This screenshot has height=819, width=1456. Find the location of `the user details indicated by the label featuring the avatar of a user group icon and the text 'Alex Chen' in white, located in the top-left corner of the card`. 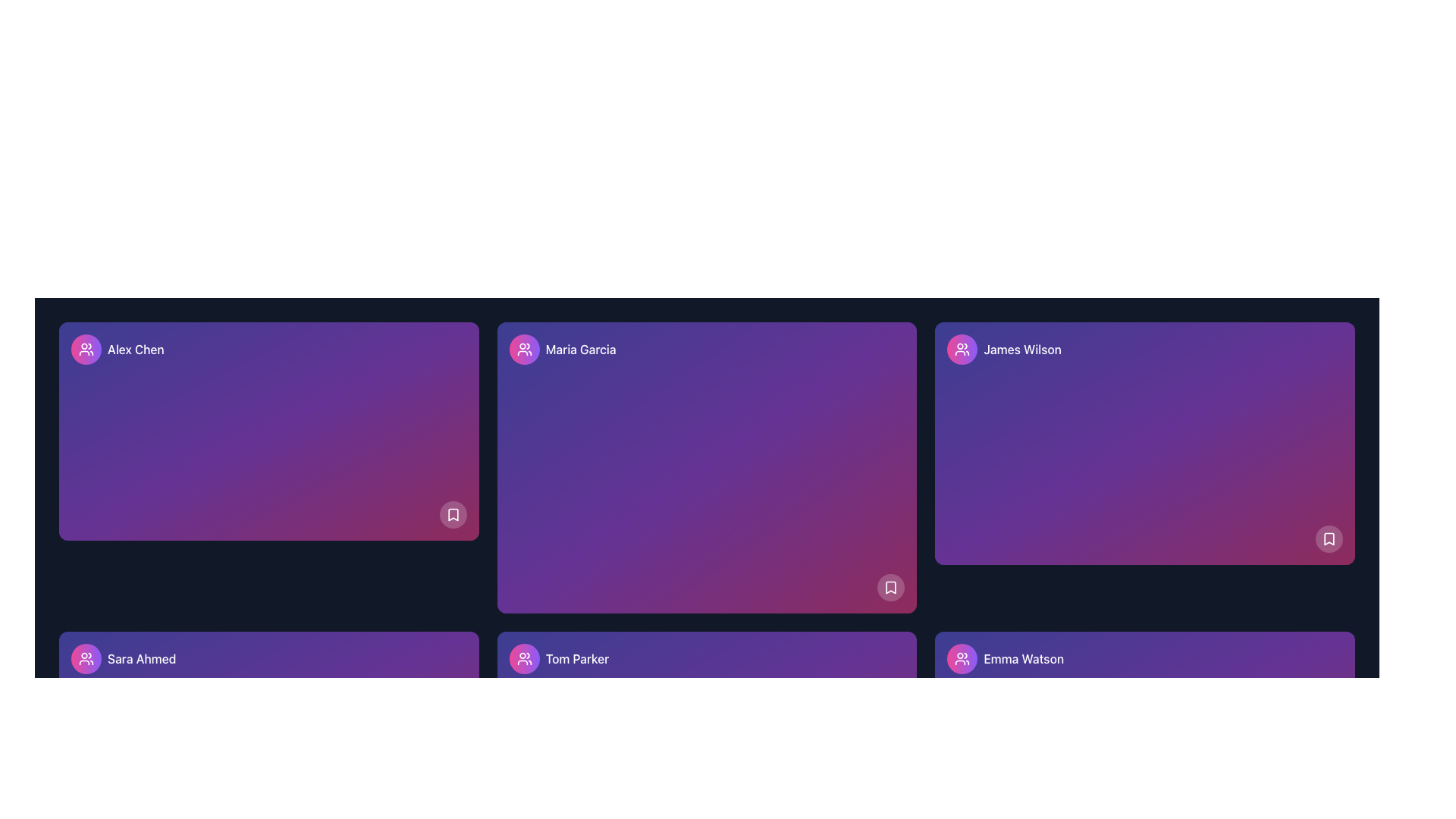

the user details indicated by the label featuring the avatar of a user group icon and the text 'Alex Chen' in white, located in the top-left corner of the card is located at coordinates (117, 350).